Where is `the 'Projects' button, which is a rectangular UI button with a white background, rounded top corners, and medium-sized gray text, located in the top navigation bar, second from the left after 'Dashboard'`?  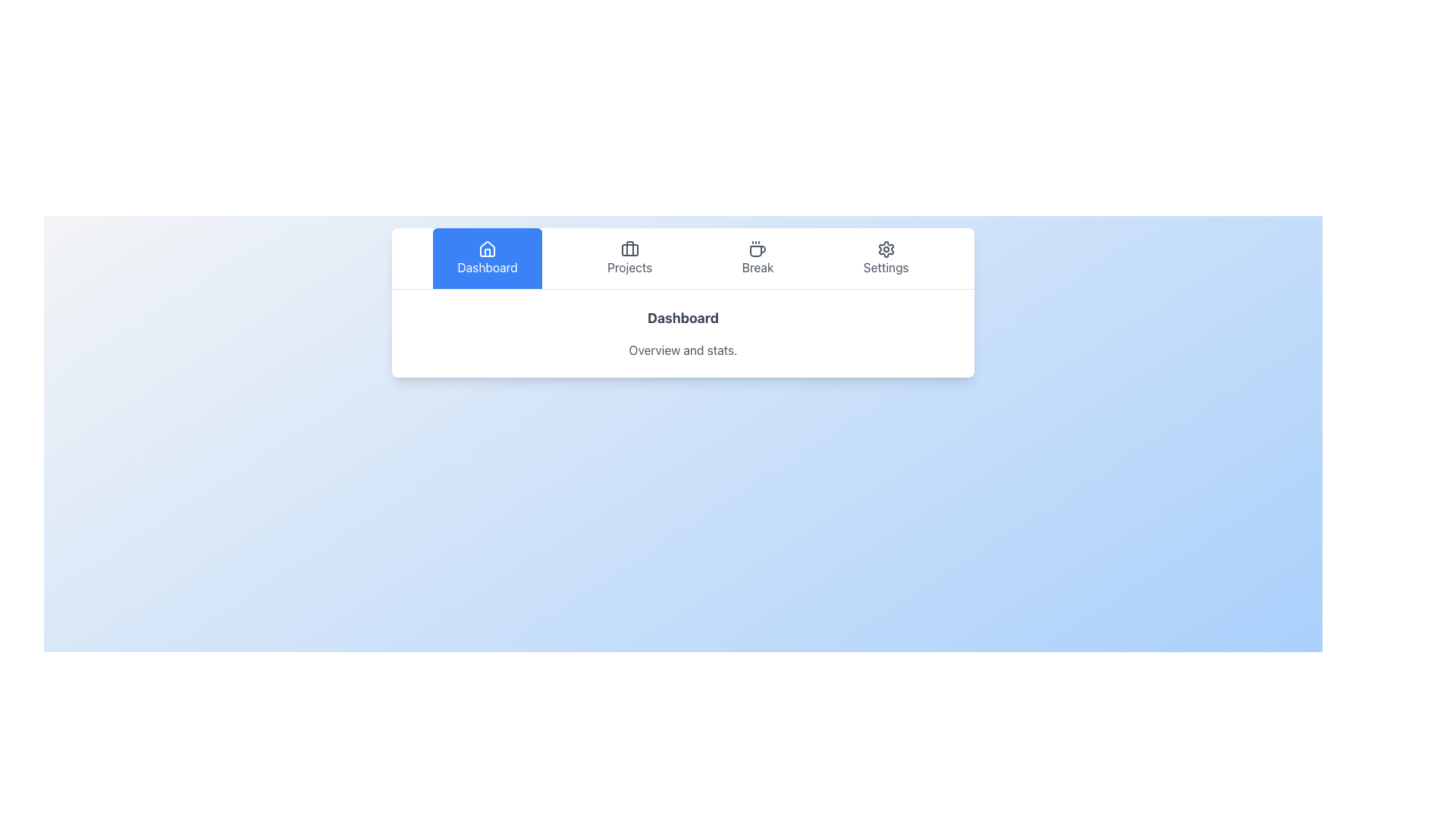 the 'Projects' button, which is a rectangular UI button with a white background, rounded top corners, and medium-sized gray text, located in the top navigation bar, second from the left after 'Dashboard' is located at coordinates (629, 257).